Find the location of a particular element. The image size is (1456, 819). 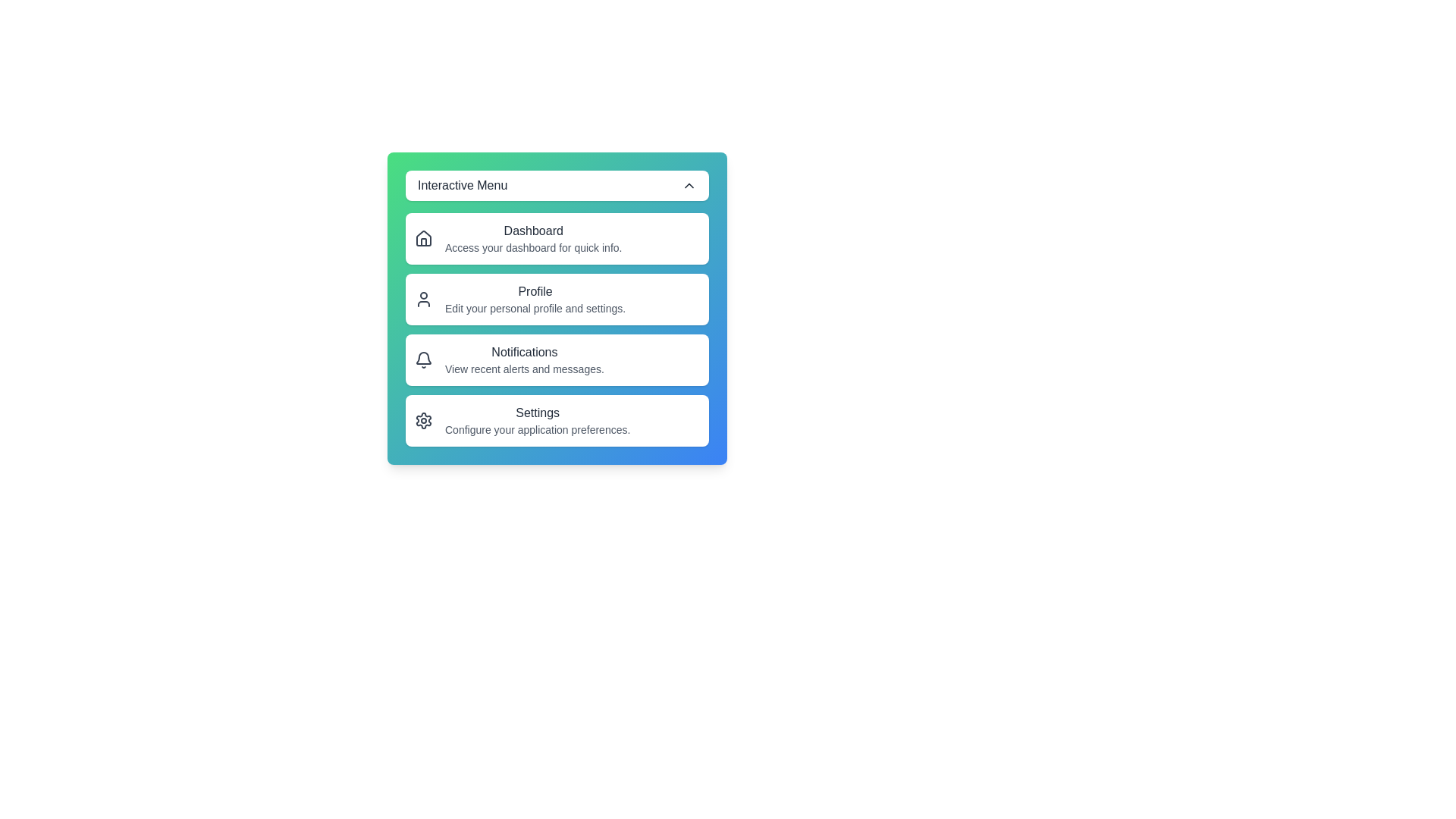

the icon corresponding to Settings to indicate the action is located at coordinates (423, 421).